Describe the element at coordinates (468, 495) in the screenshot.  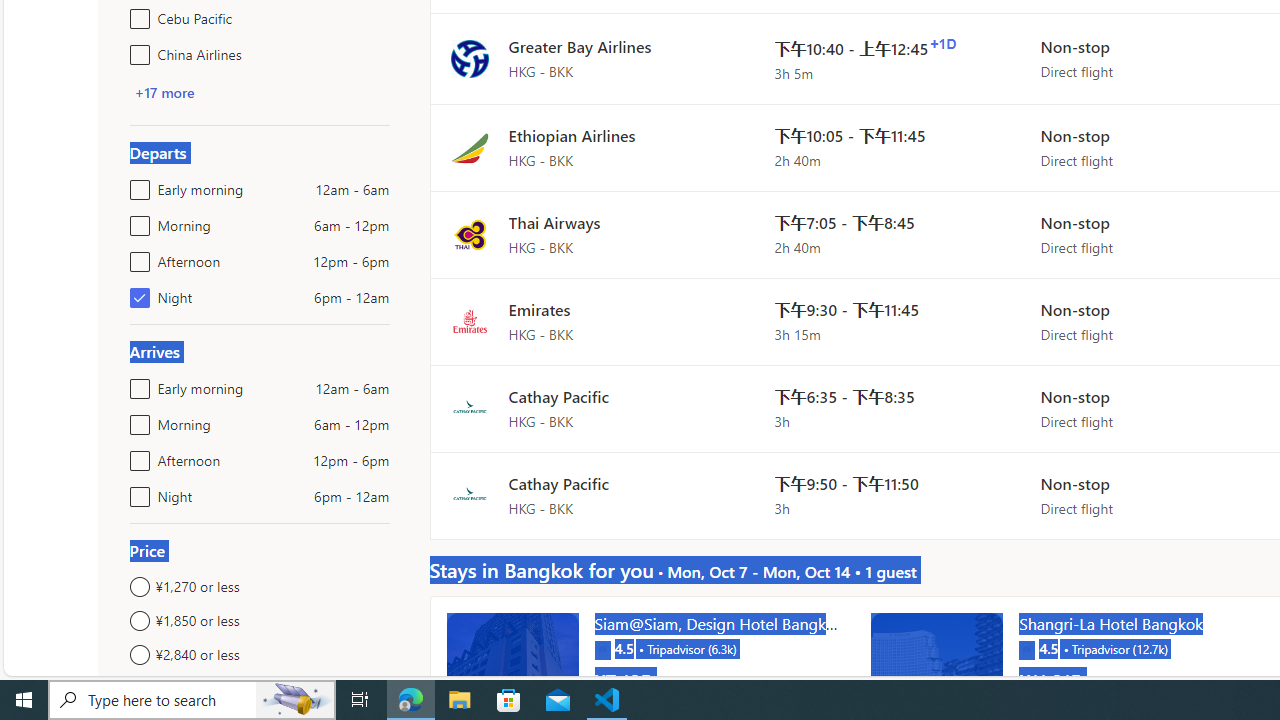
I see `'Flight logo'` at that location.